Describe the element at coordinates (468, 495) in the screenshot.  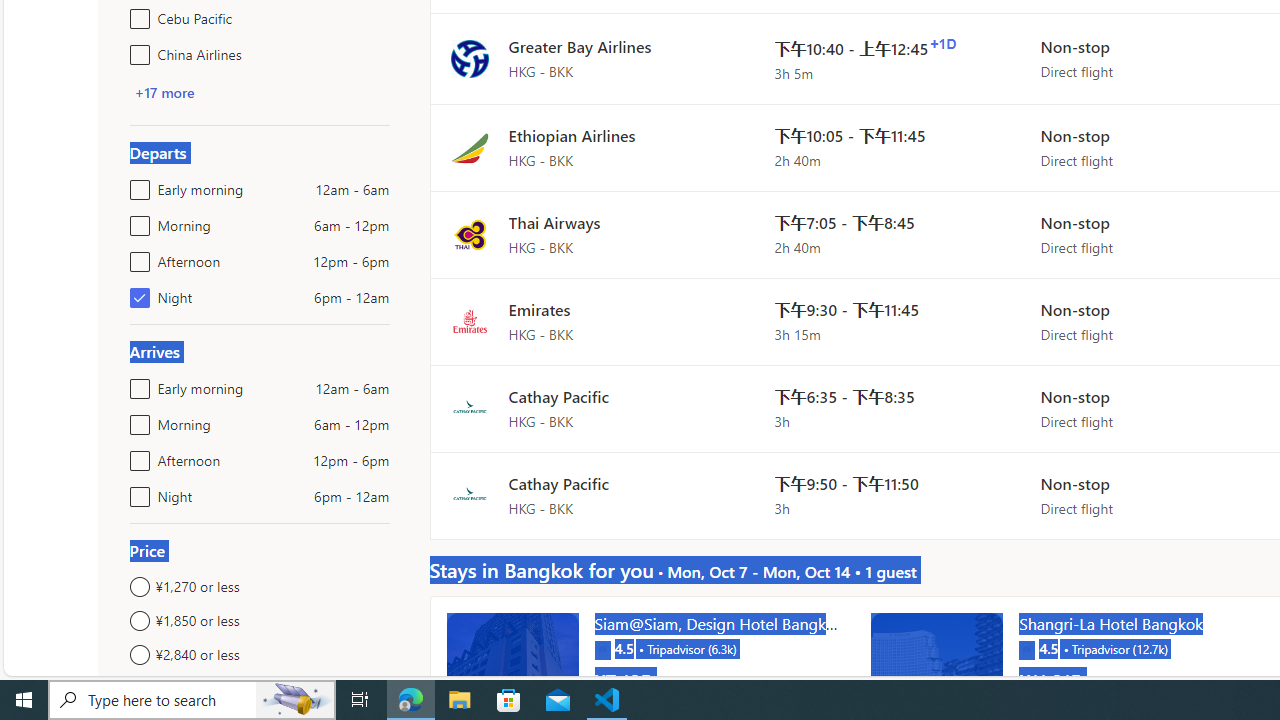
I see `'Flight logo'` at that location.